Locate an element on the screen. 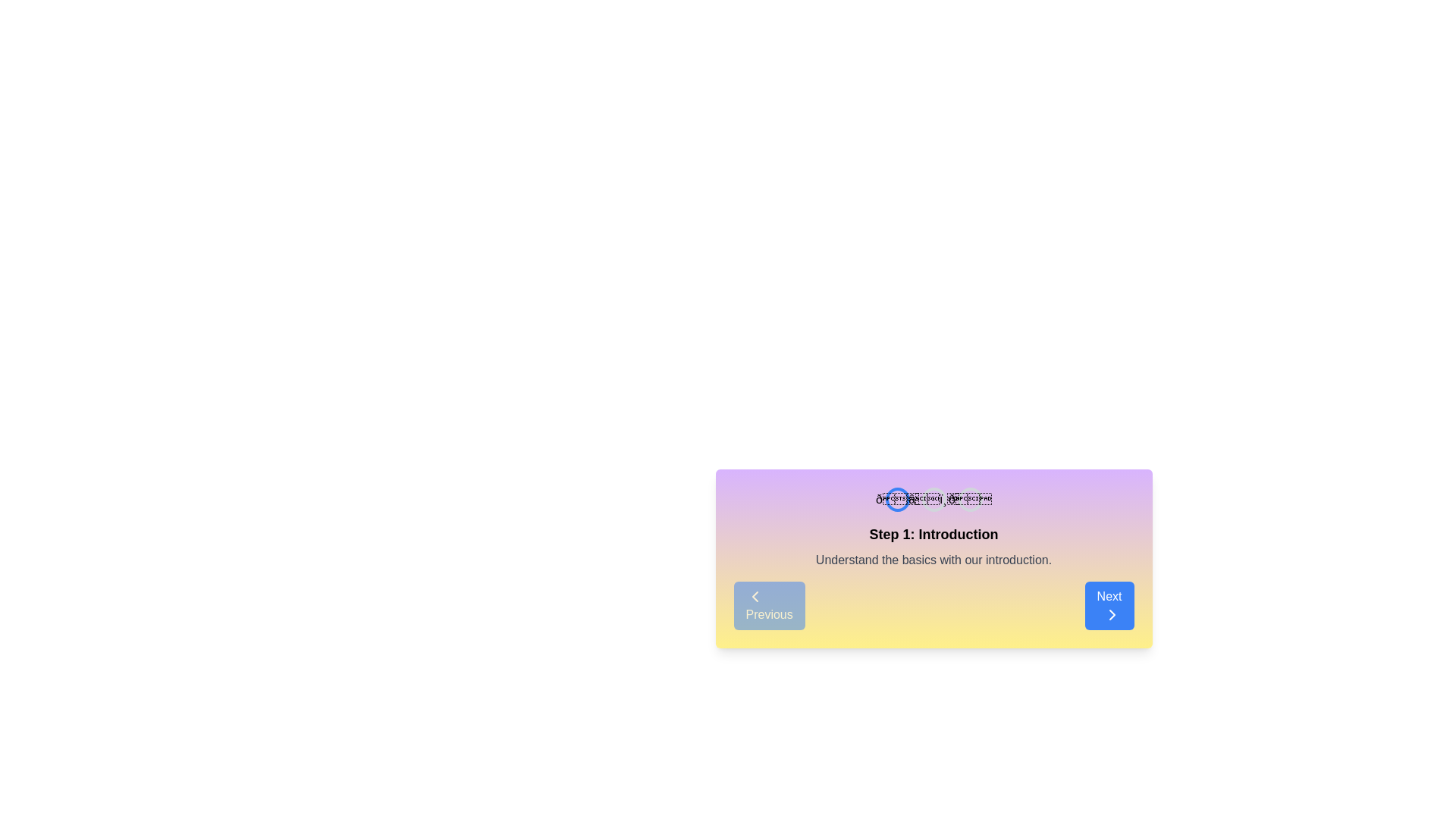 This screenshot has width=1456, height=819. the third circular button in the bottom section of the modal interface, located to the right of the buttons with emojis 📘 and ⚙️ is located at coordinates (969, 500).